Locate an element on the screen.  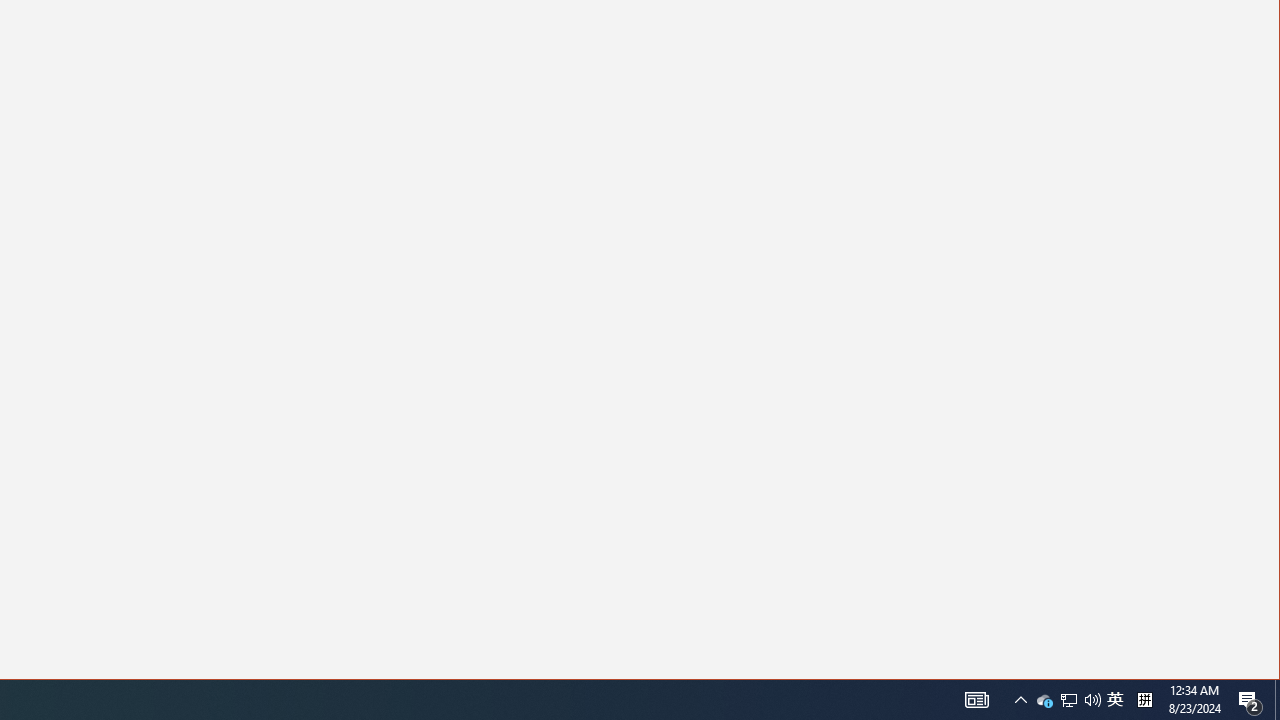
'Notification Chevron' is located at coordinates (1067, 698).